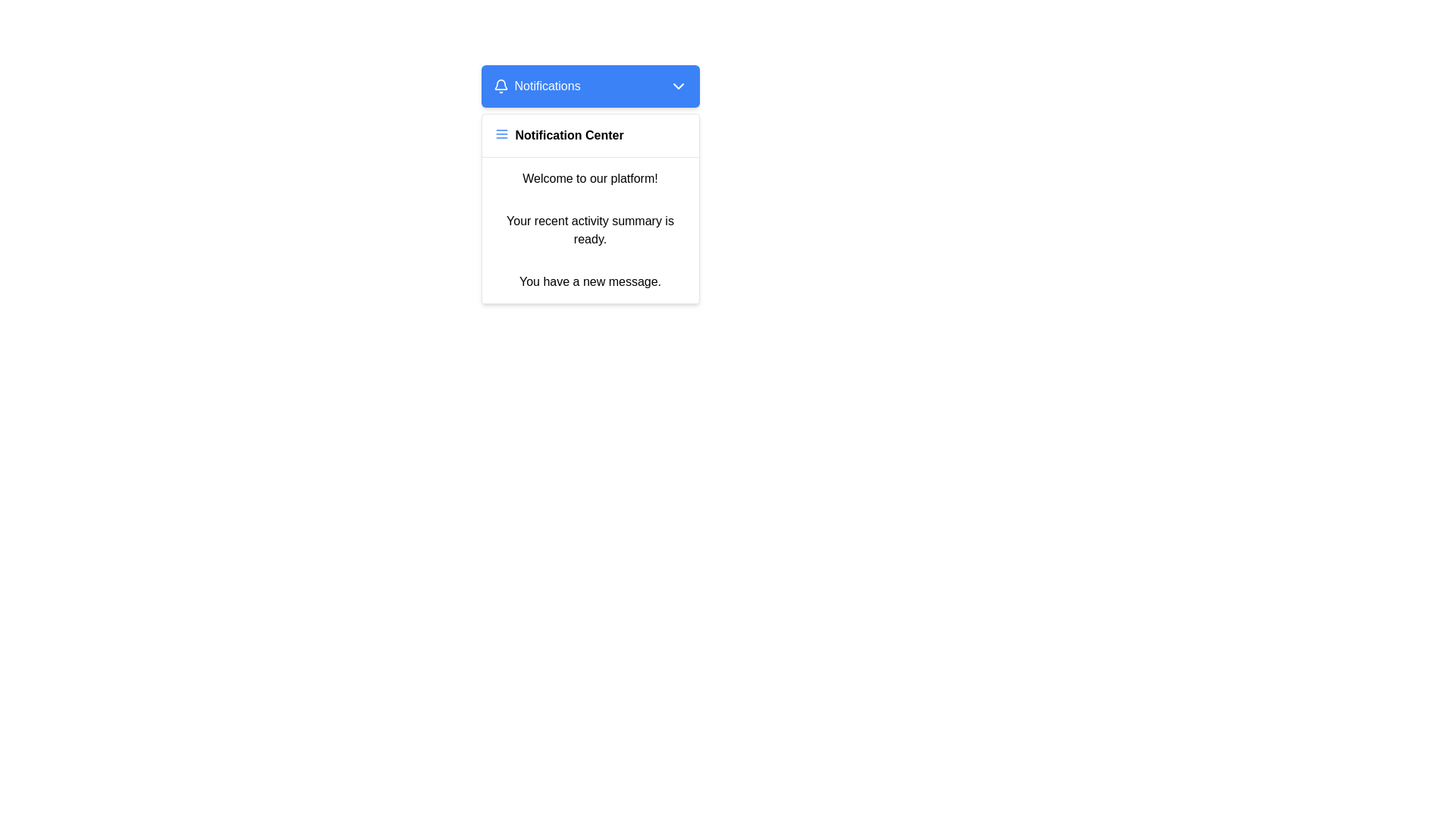 This screenshot has height=819, width=1456. What do you see at coordinates (589, 231) in the screenshot?
I see `the Text block element displaying 'Your recent activity summary is ready.' located under the 'Notification Center' header` at bounding box center [589, 231].